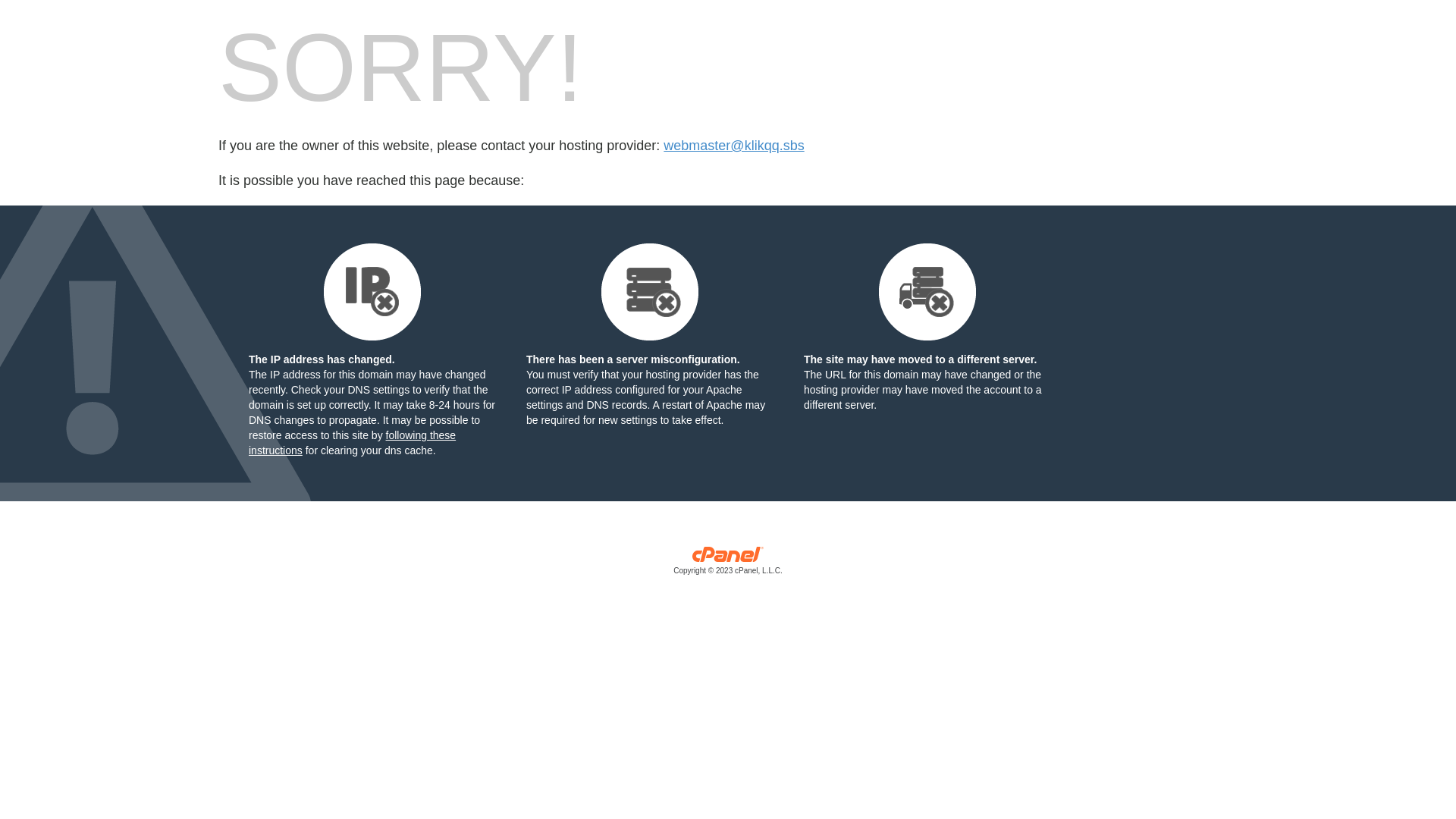 Image resolution: width=1456 pixels, height=819 pixels. Describe the element at coordinates (733, 146) in the screenshot. I see `'webmaster@klikqq.sbs'` at that location.